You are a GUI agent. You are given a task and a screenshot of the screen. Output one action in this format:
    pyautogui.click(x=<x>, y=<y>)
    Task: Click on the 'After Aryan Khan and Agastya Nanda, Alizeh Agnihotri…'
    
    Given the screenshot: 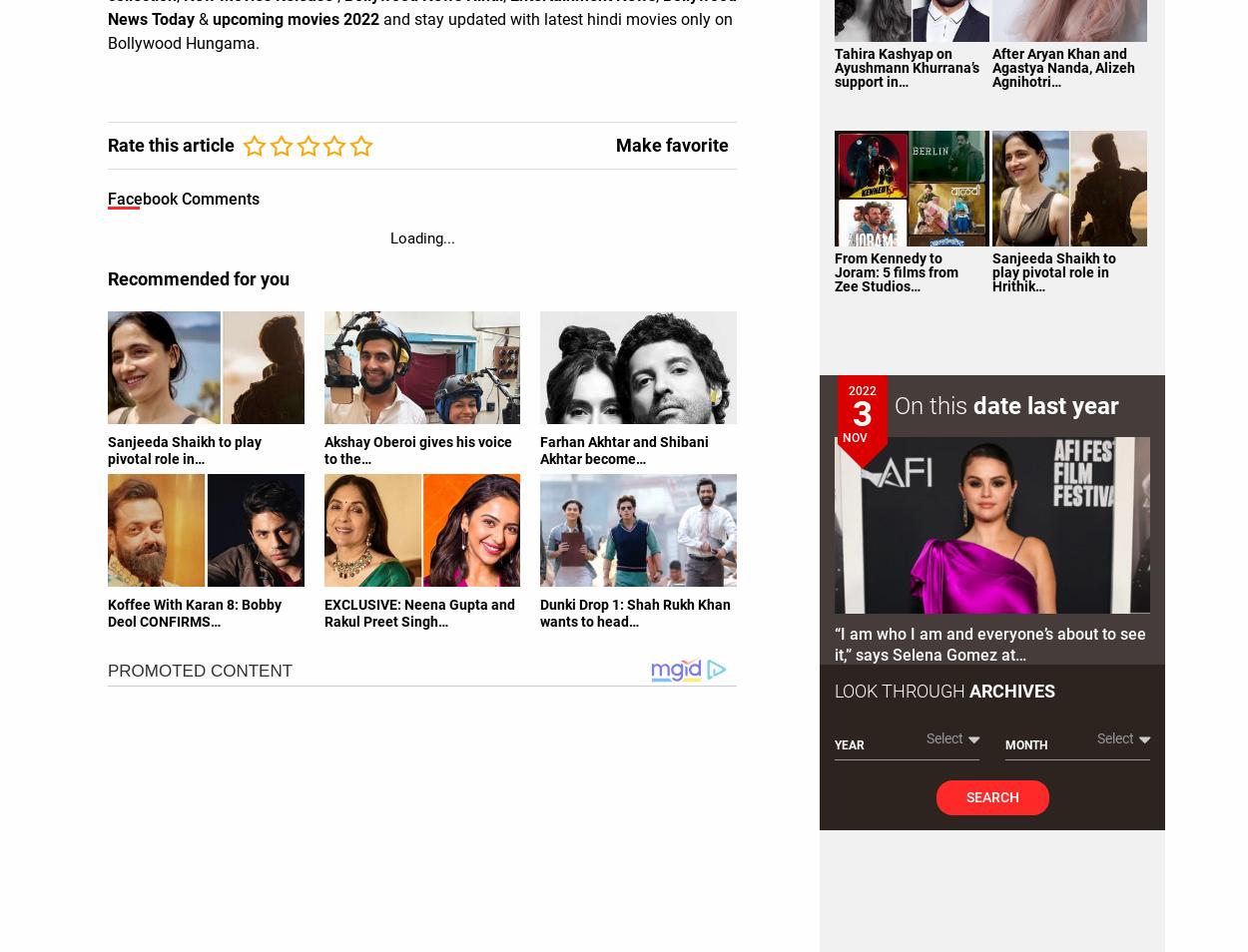 What is the action you would take?
    pyautogui.click(x=1061, y=65)
    